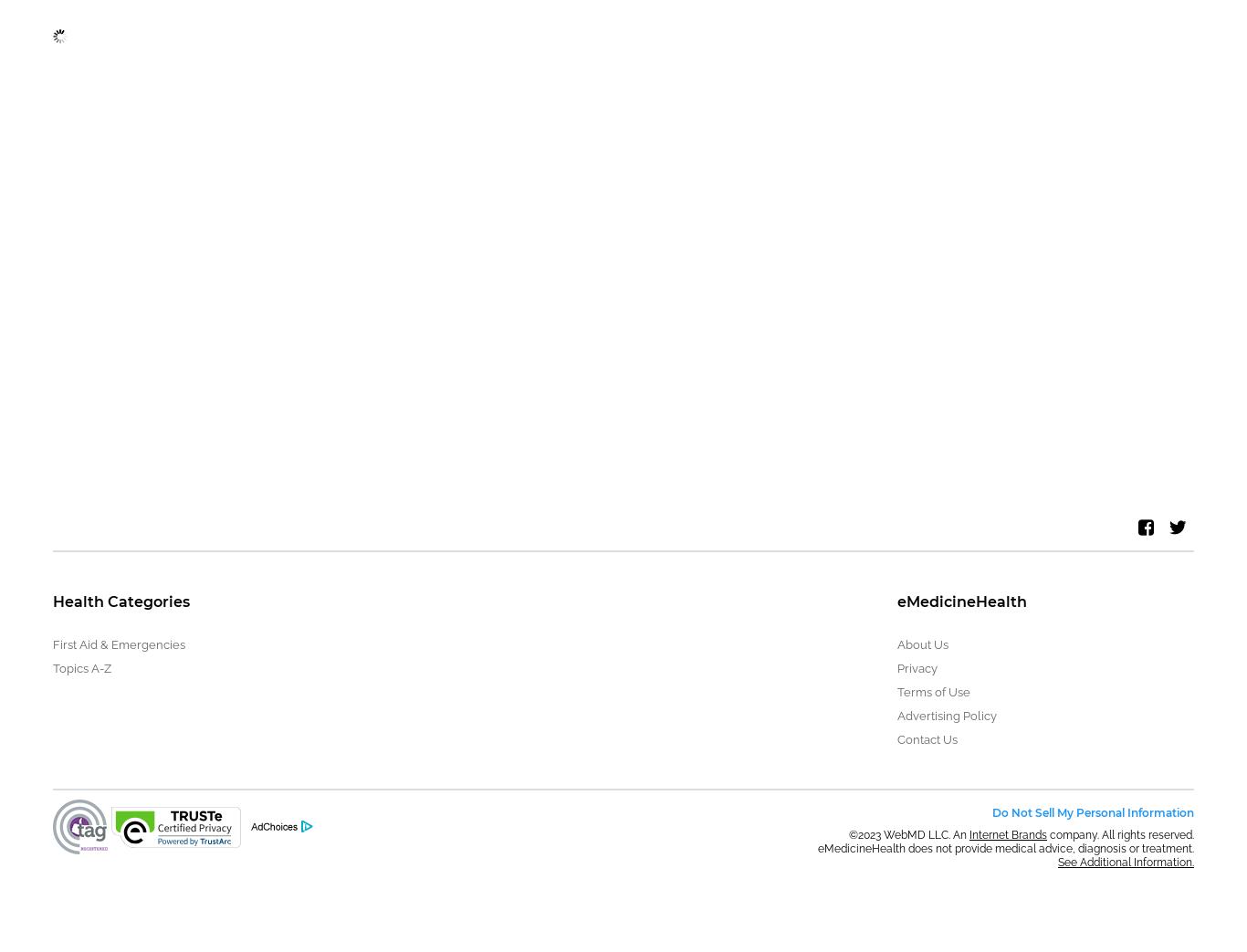 The height and width of the screenshot is (952, 1247). Describe the element at coordinates (53, 600) in the screenshot. I see `'Health Categories'` at that location.